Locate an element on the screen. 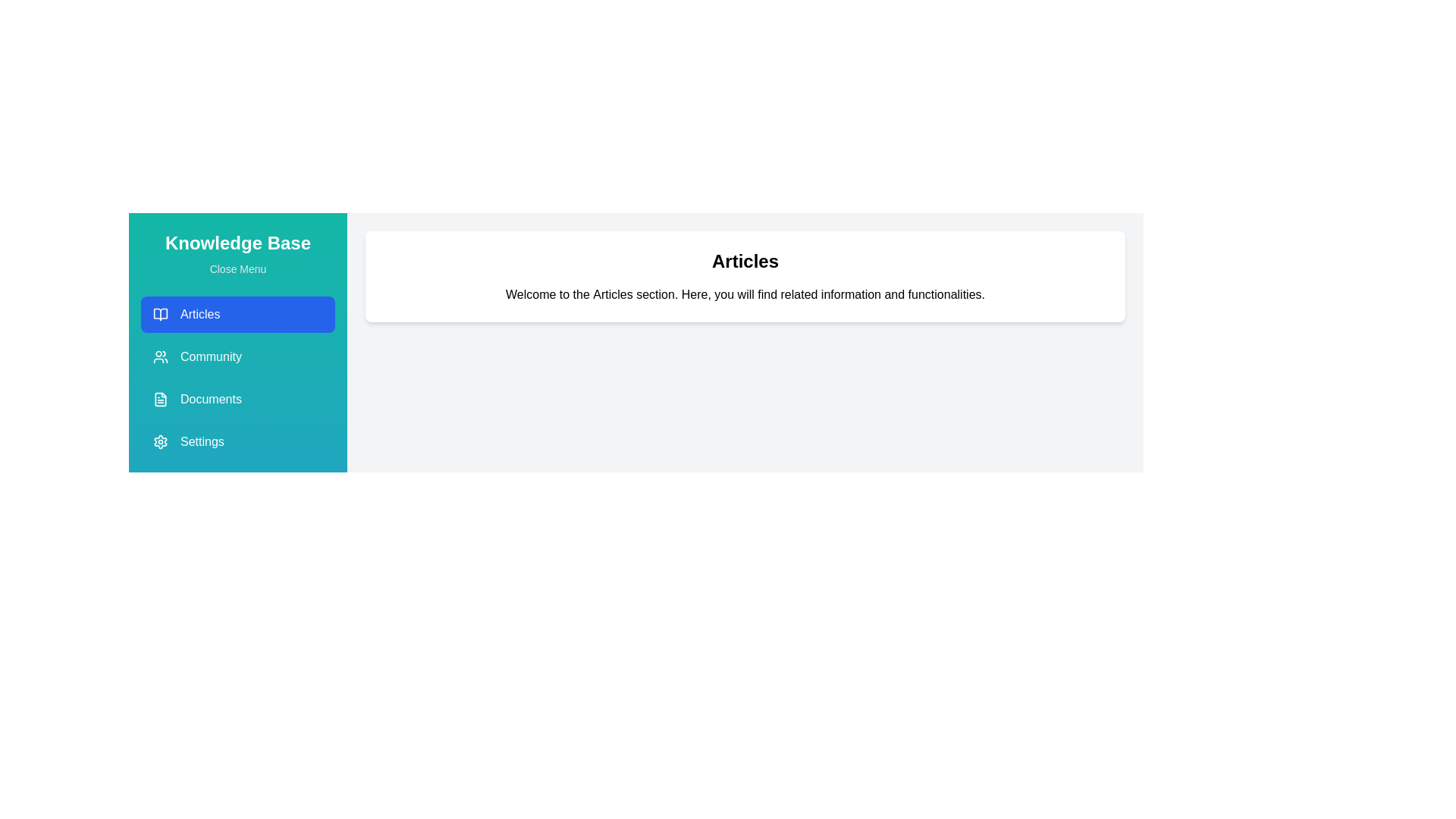 This screenshot has width=1456, height=819. the menu section Community is located at coordinates (237, 356).